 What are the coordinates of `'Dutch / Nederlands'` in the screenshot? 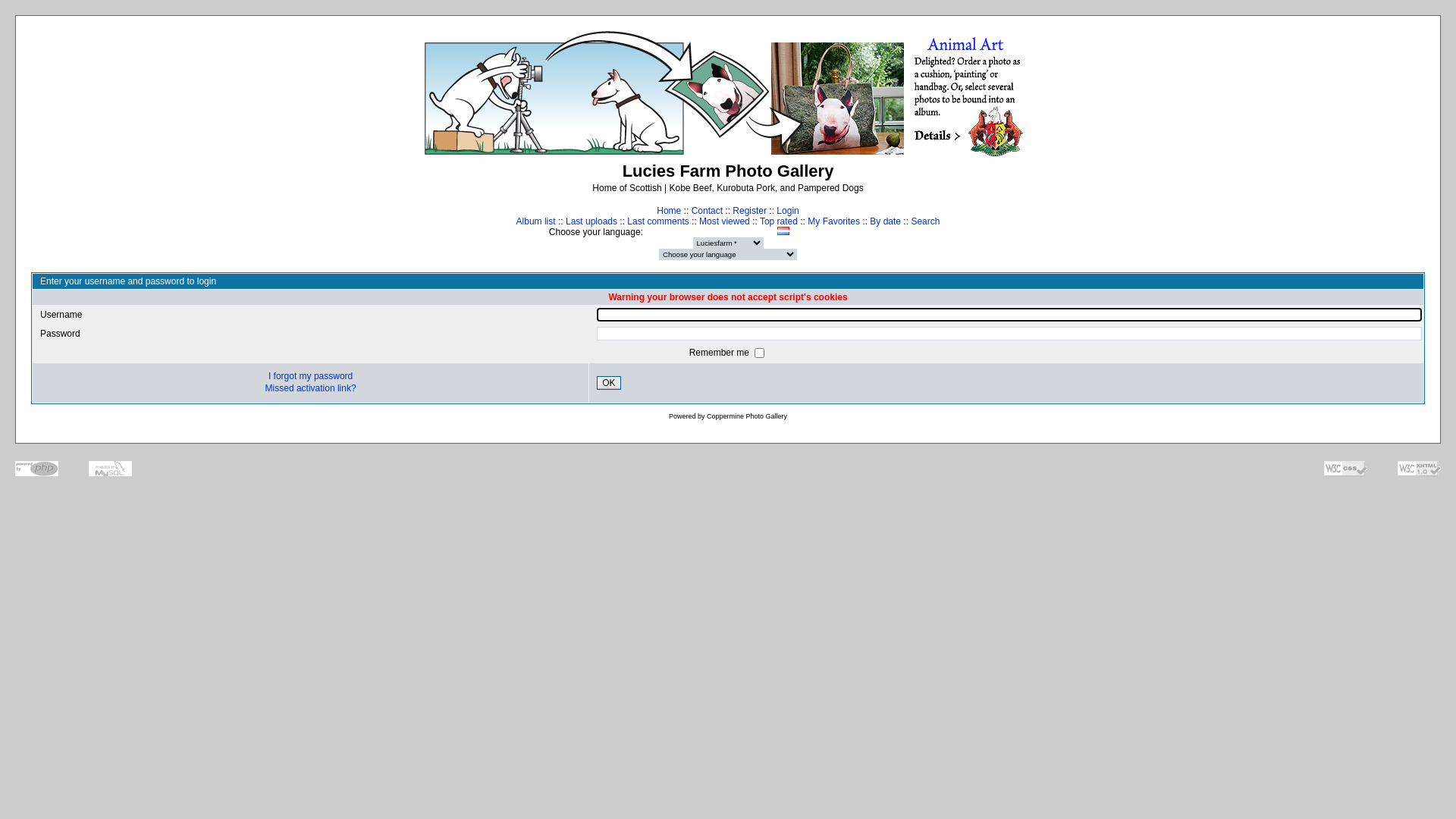 It's located at (694, 231).